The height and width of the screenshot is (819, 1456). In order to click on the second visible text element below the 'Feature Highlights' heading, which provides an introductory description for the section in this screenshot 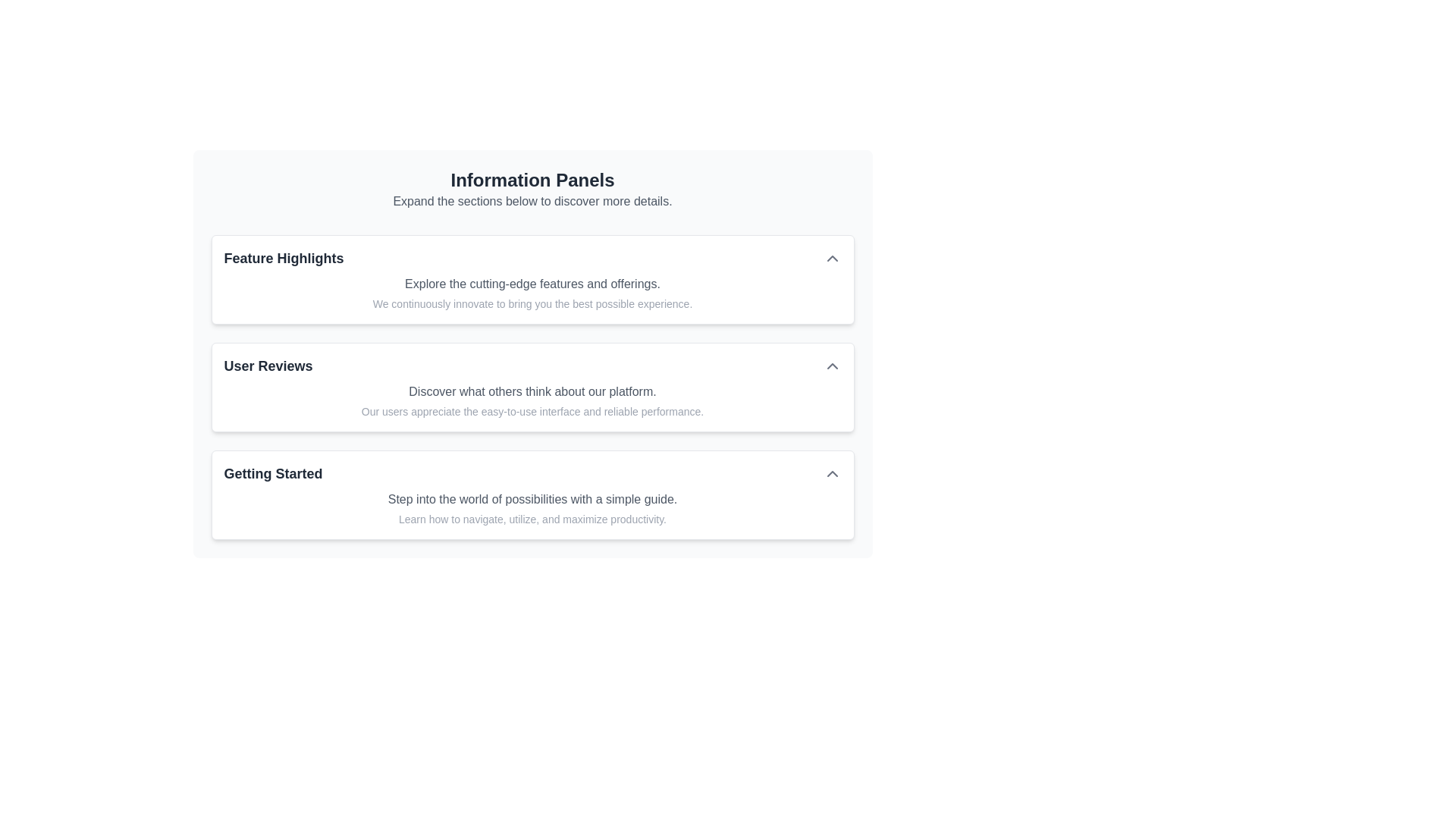, I will do `click(532, 284)`.